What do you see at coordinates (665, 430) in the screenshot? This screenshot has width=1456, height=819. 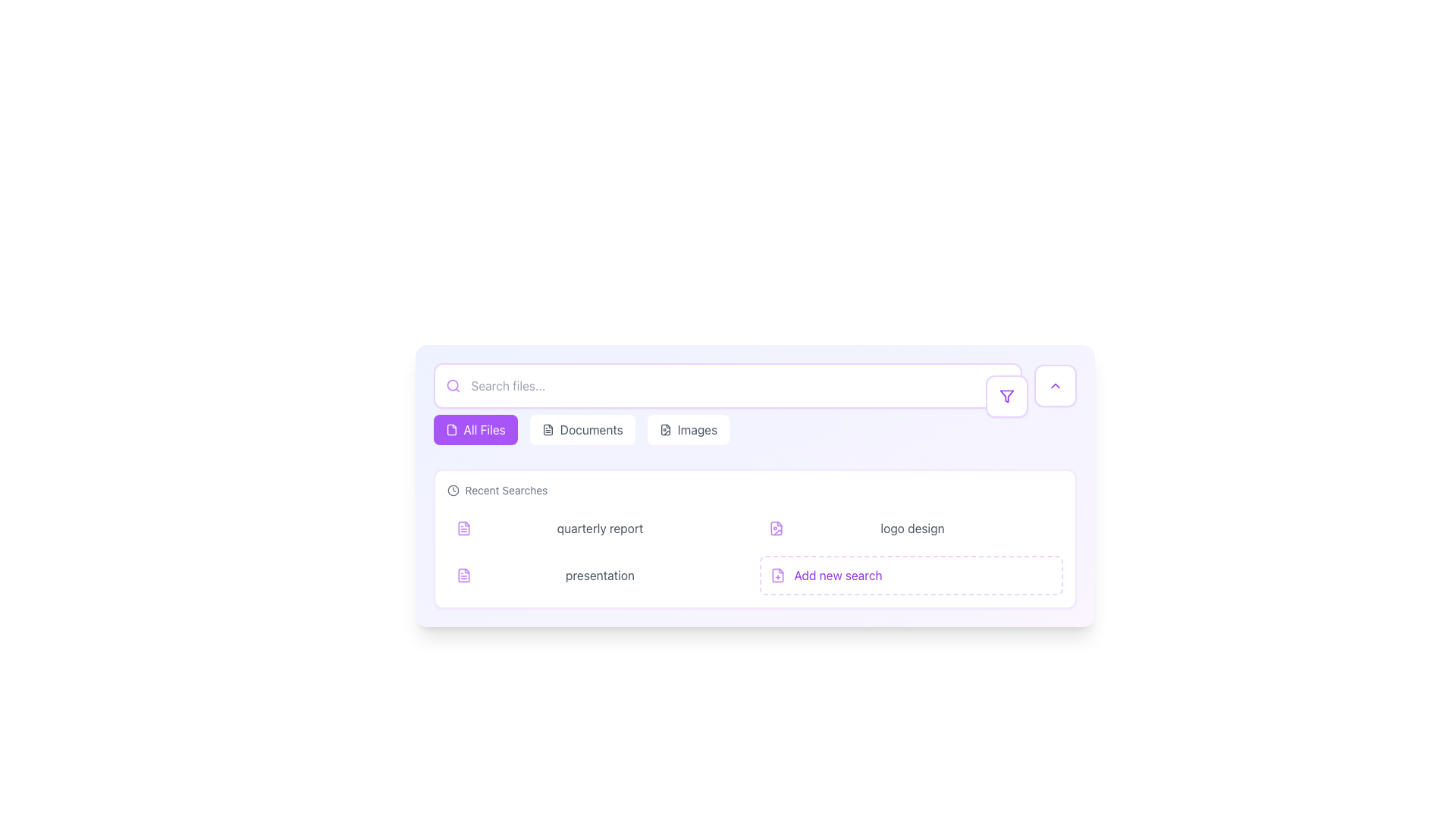 I see `the icon on the 'Images' button located in the top section of the interface` at bounding box center [665, 430].